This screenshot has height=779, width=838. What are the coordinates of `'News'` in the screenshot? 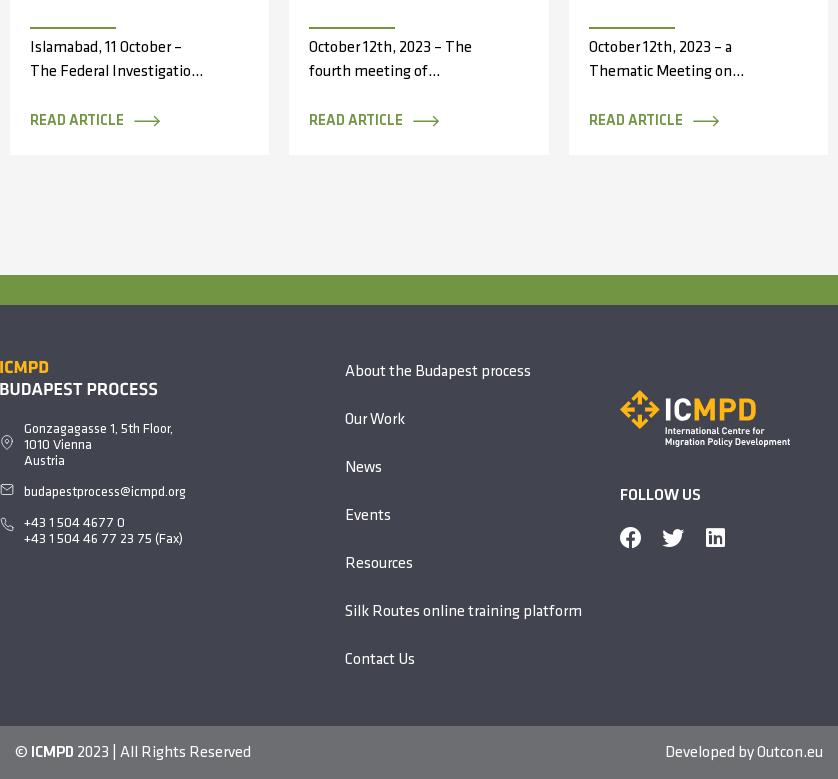 It's located at (362, 466).